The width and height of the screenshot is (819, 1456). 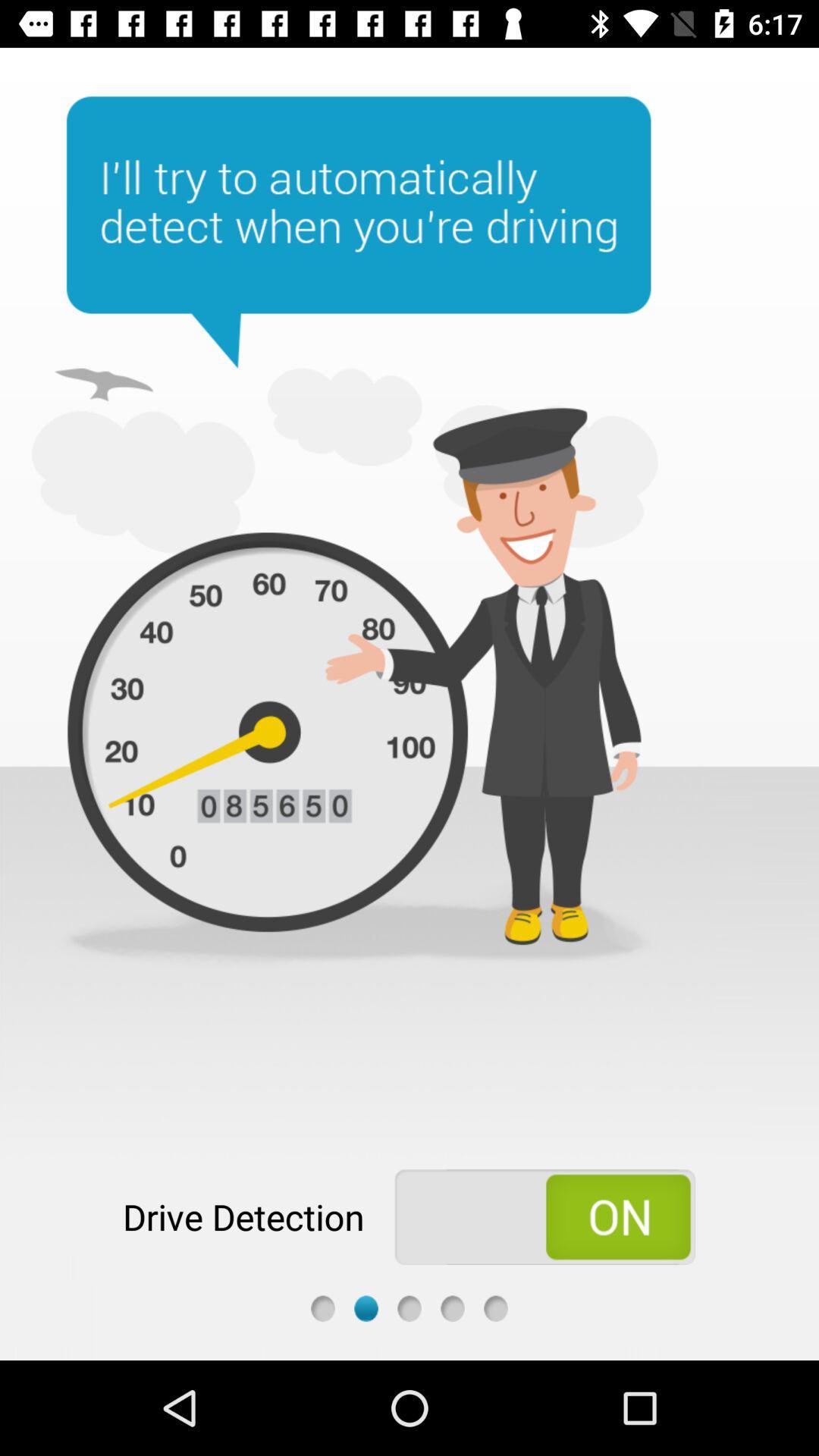 What do you see at coordinates (322, 1307) in the screenshot?
I see `move back one slide` at bounding box center [322, 1307].